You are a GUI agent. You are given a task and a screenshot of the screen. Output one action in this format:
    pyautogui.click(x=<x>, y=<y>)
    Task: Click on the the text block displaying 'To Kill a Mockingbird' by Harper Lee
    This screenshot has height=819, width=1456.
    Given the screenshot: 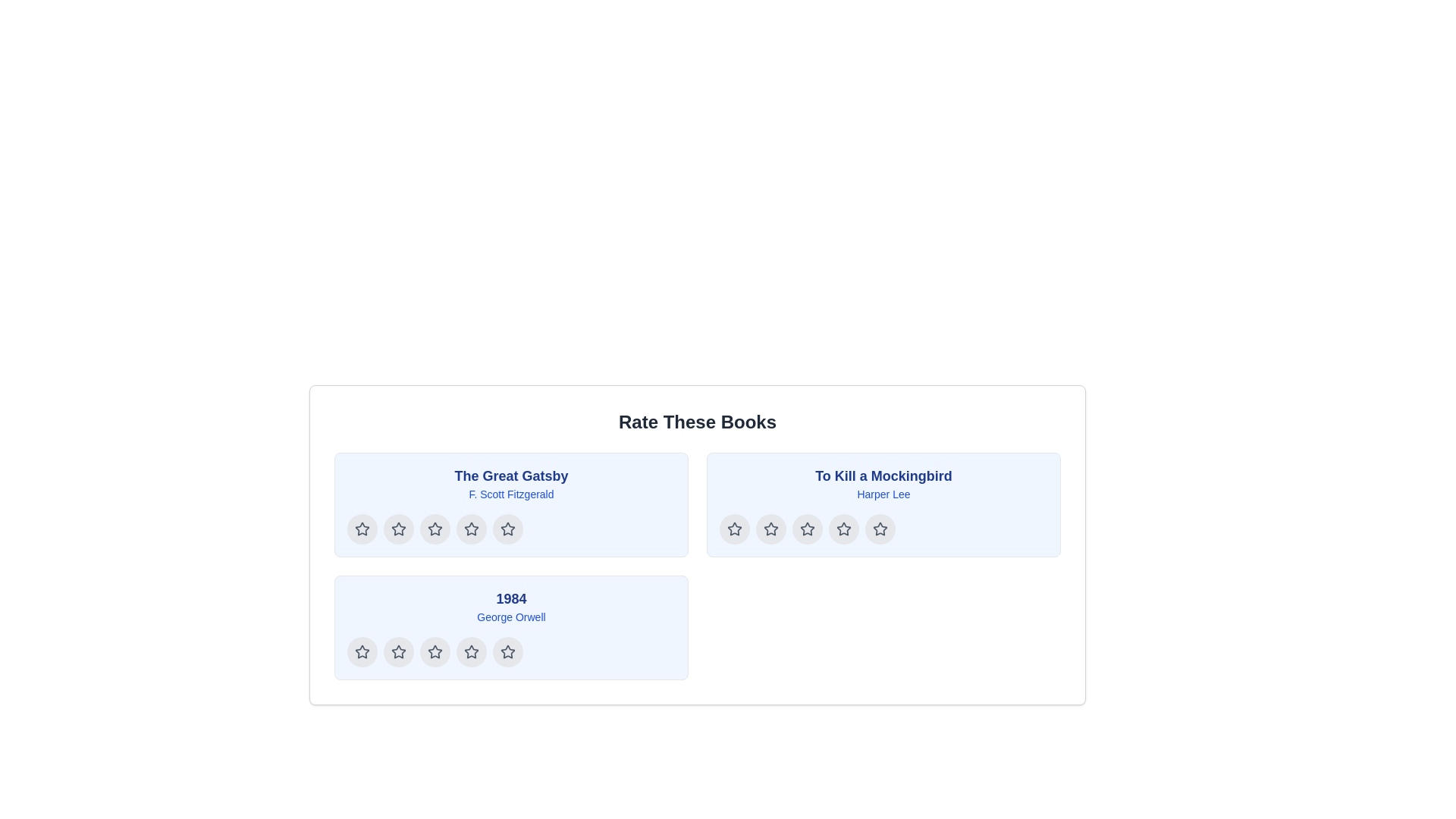 What is the action you would take?
    pyautogui.click(x=883, y=483)
    